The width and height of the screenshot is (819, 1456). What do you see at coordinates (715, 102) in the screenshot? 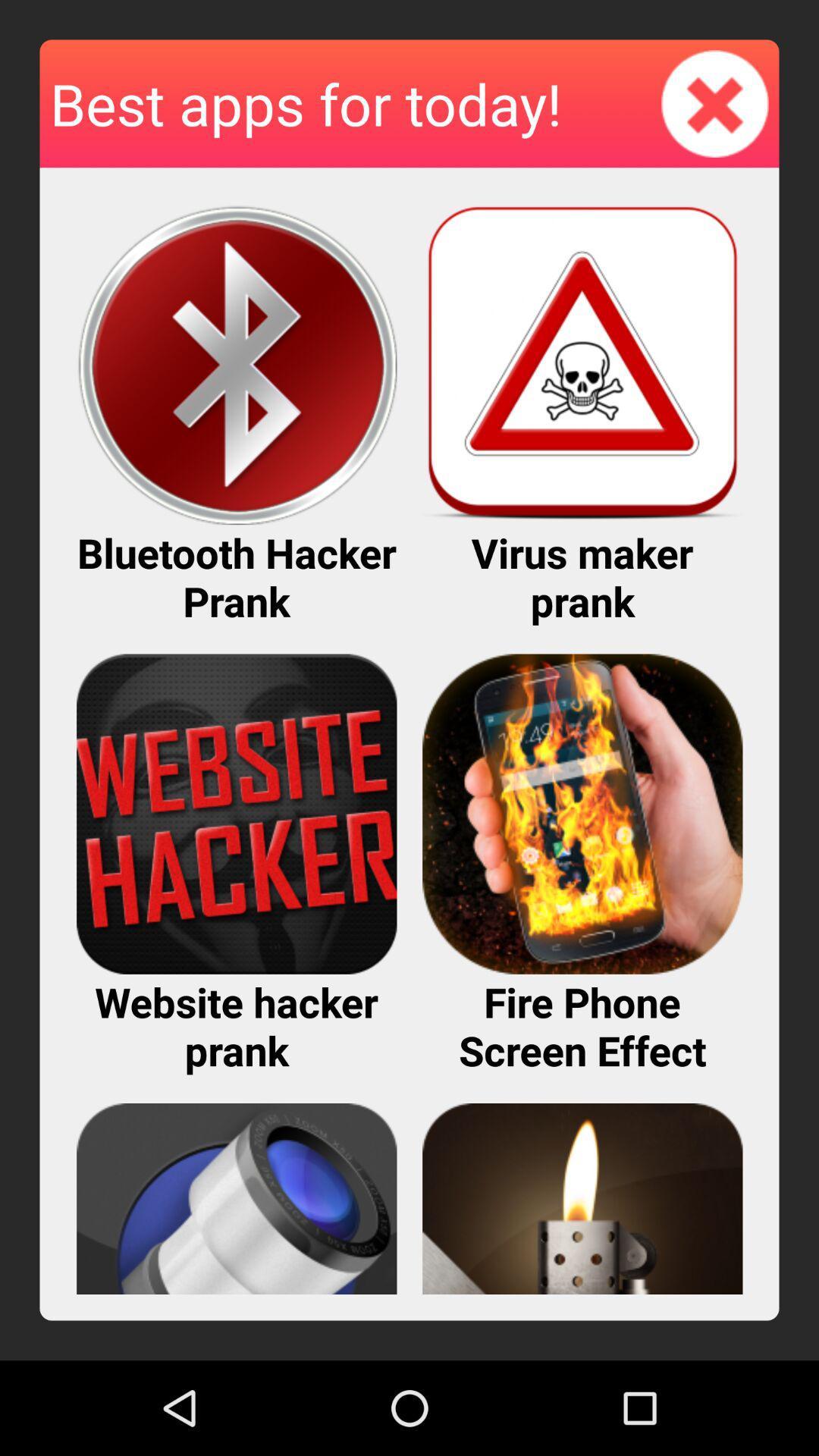
I see `item next to the best apps for` at bounding box center [715, 102].